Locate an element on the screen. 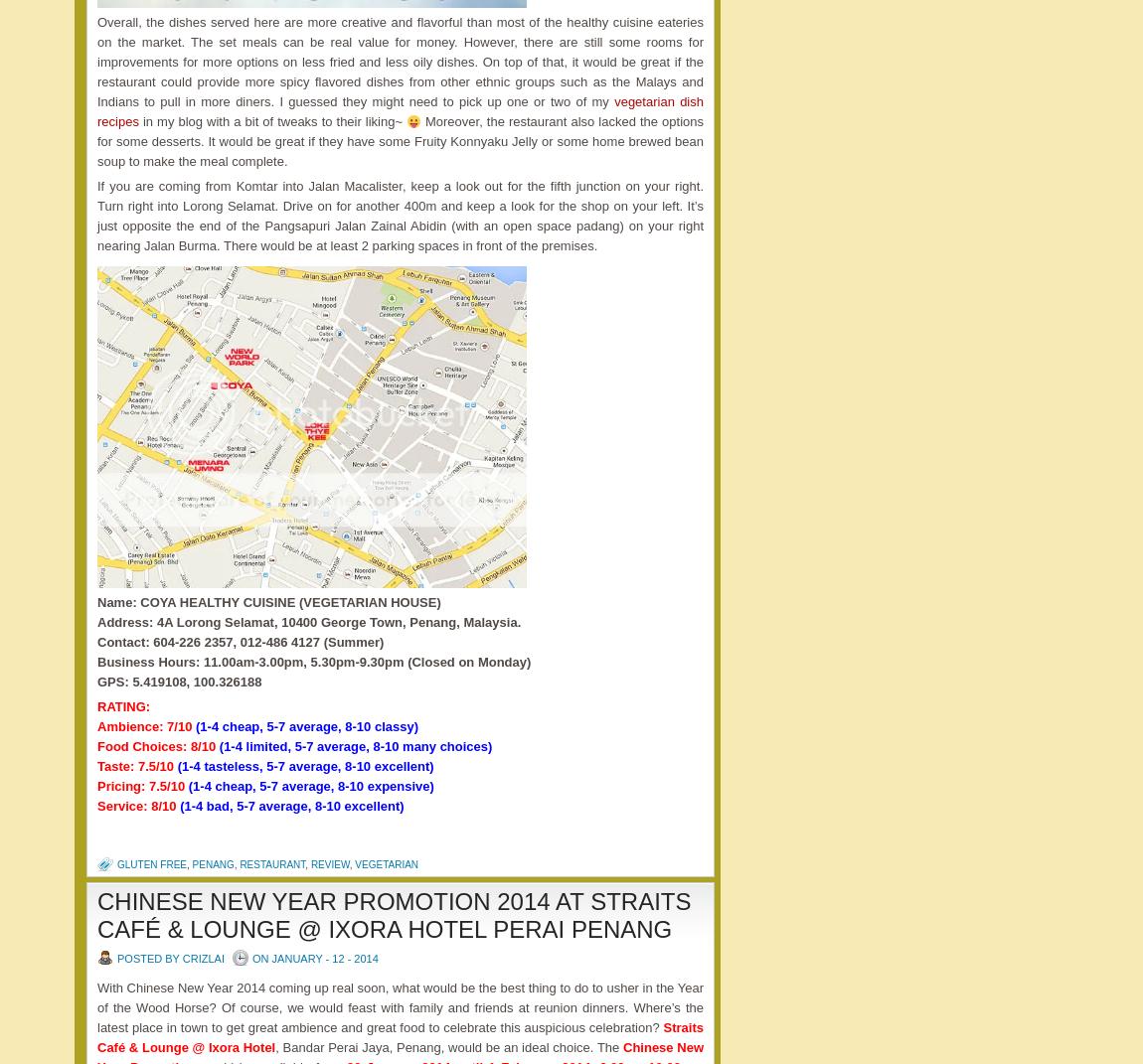  'Address: 4A Lorong Selamat, 10400 George Town, Penang, Malaysia.' is located at coordinates (95, 621).